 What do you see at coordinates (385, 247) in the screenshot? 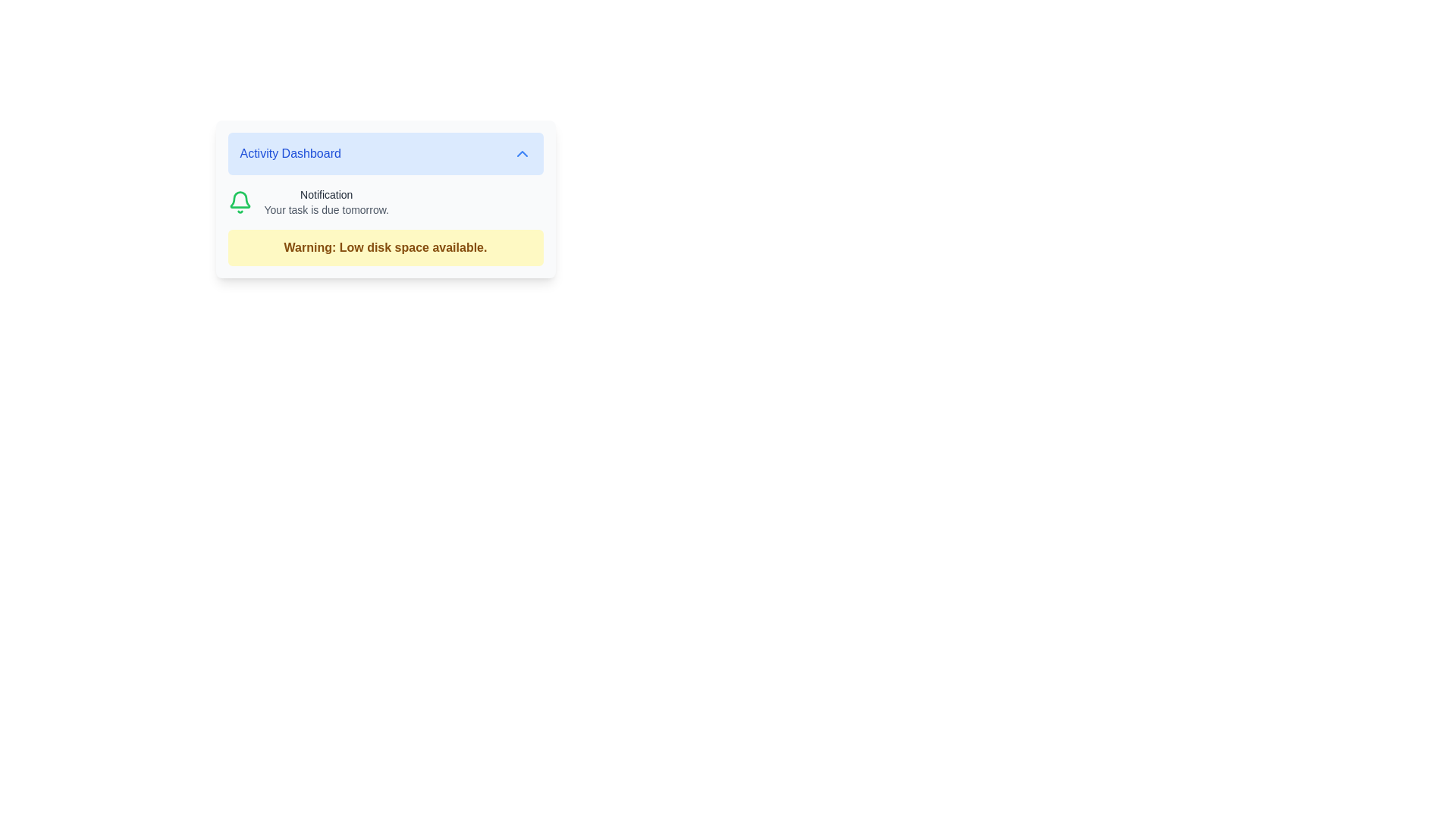
I see `the warning notification text label that informs the user about low disk space availability, located in the yellow-background notification box within the 'Activity Dashboard' widget` at bounding box center [385, 247].